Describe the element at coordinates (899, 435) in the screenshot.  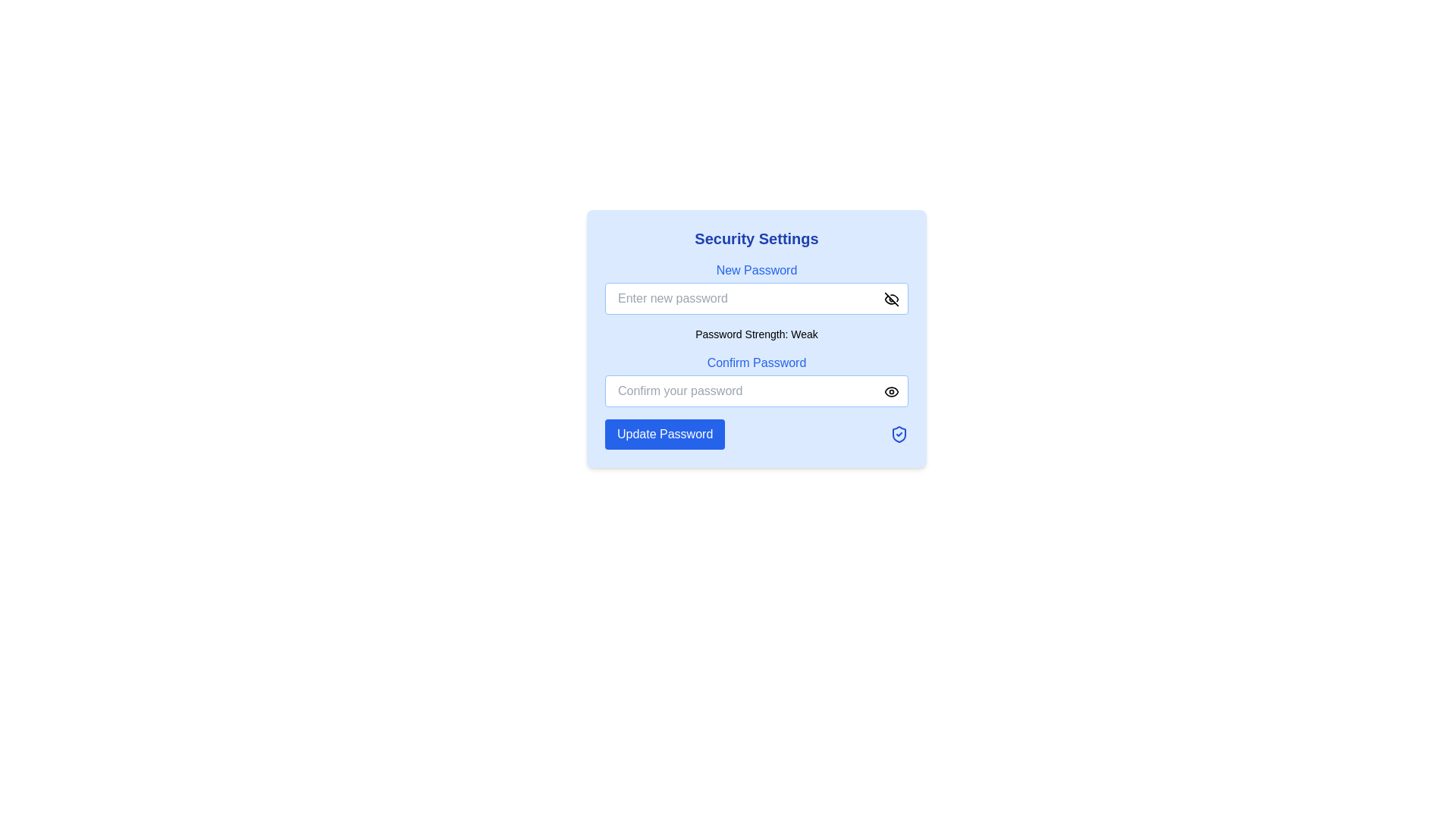
I see `the safety feature icon located in the bottom right corner of the 'Security Settings' modal, next to the 'Update Password' button` at that location.